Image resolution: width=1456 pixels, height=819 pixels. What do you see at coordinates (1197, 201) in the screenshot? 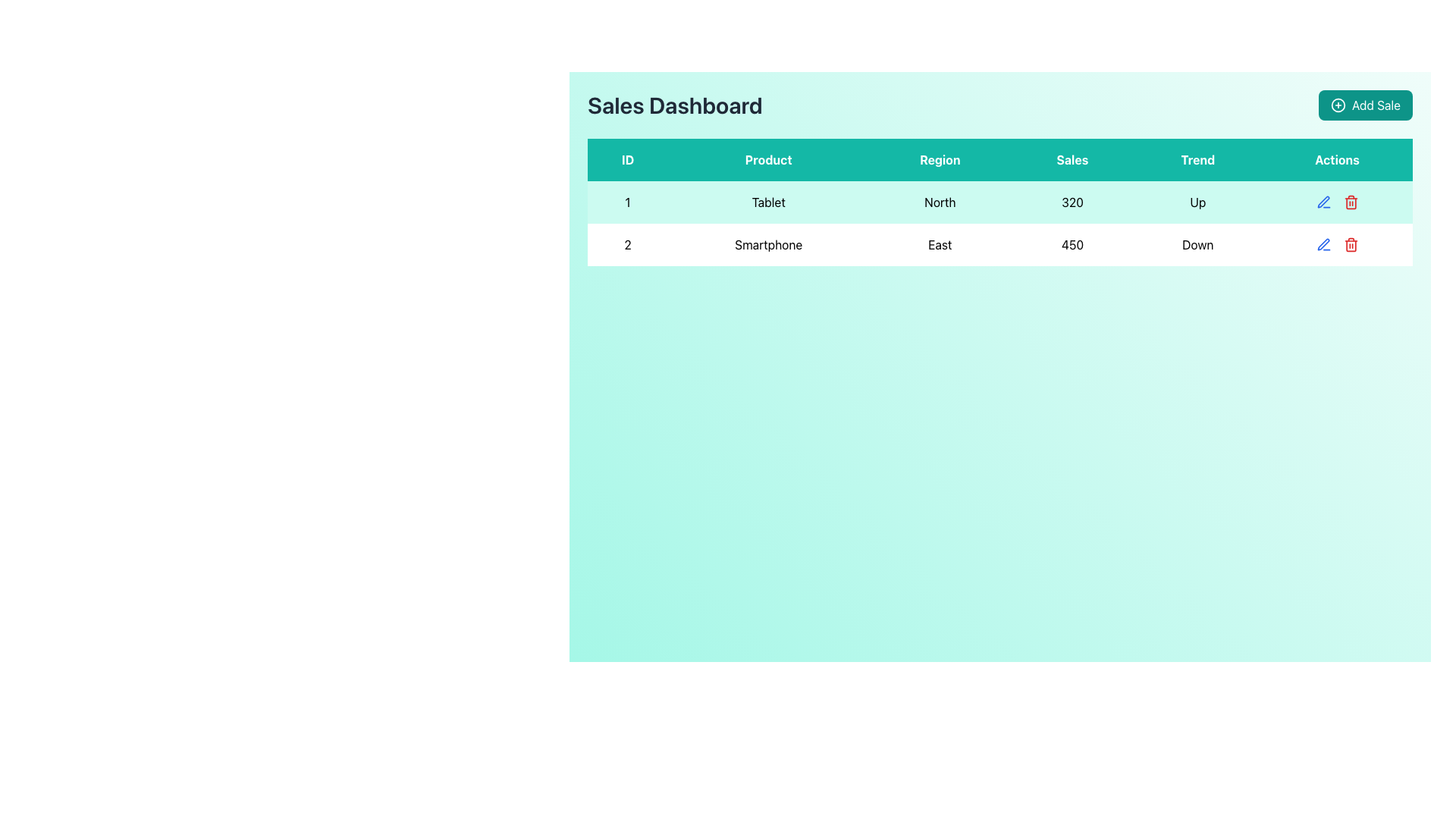
I see `the 'Upward' trend status text label located in the first row of the tabular layout under the 'Trend' column, positioned between the 'Sales' and 'Actions' columns` at bounding box center [1197, 201].